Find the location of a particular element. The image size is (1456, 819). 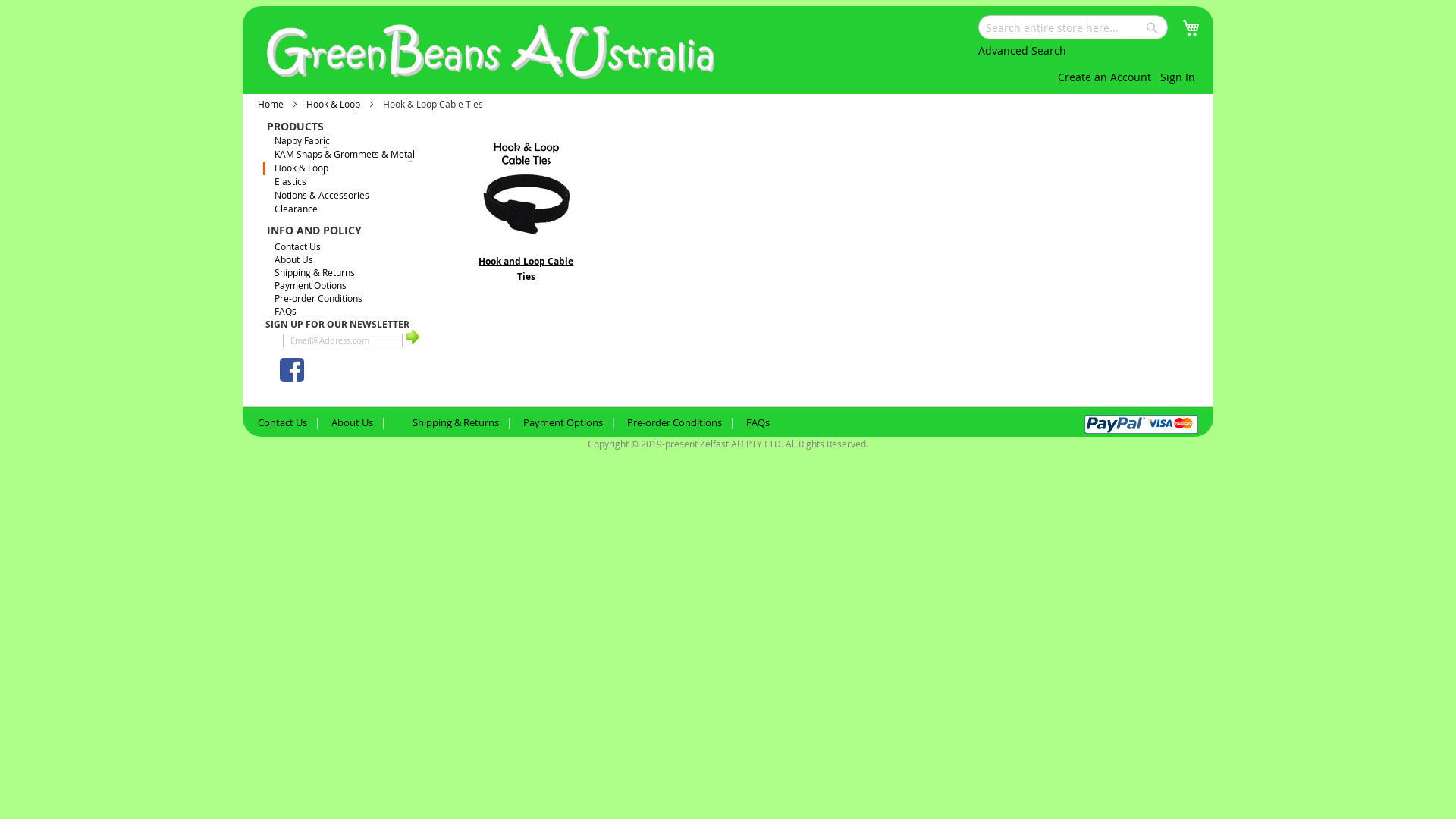

'GreenBeans Facebook' is located at coordinates (291, 370).